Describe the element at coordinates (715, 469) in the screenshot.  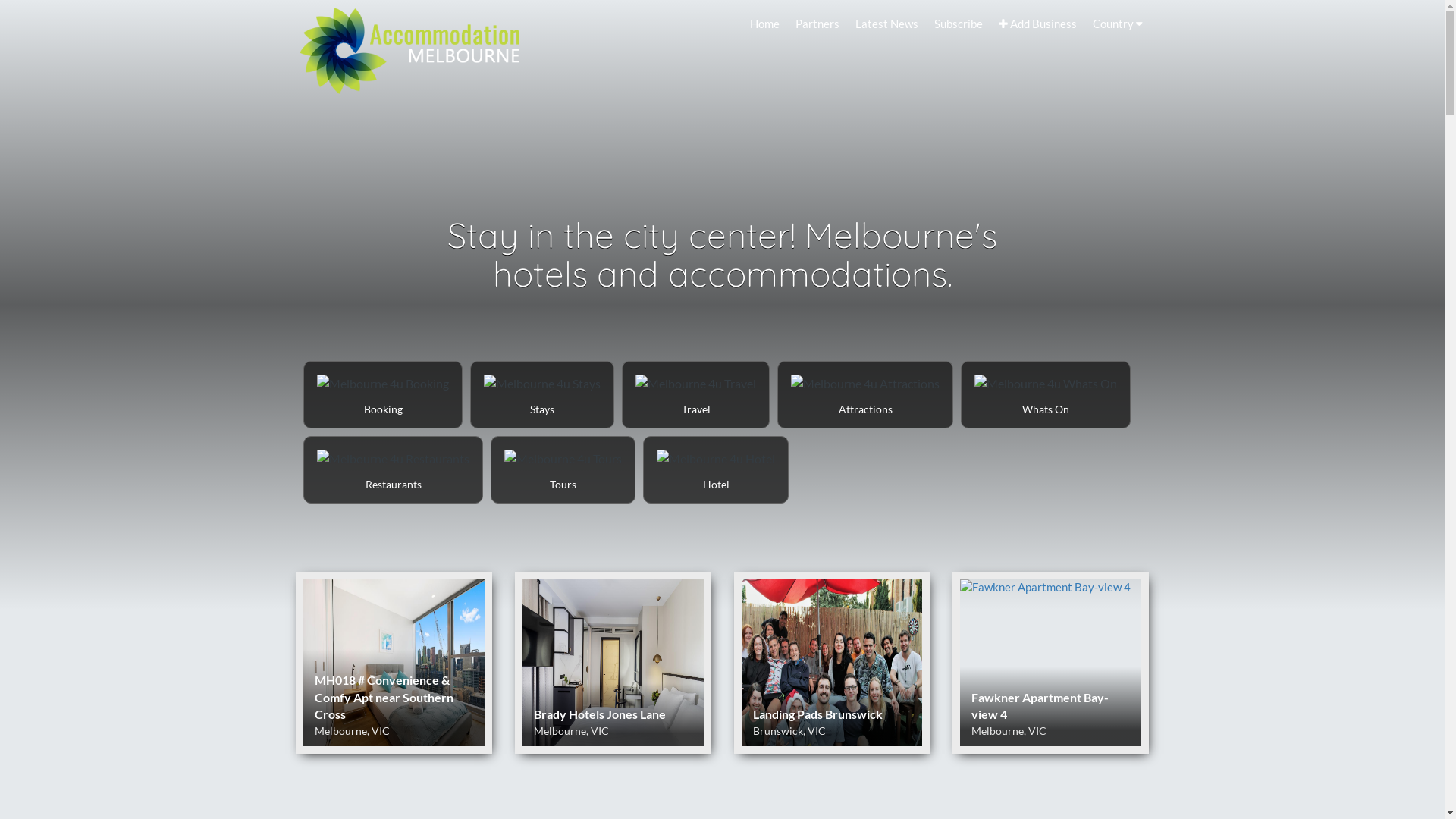
I see `'Hotel Melbourne 4u'` at that location.